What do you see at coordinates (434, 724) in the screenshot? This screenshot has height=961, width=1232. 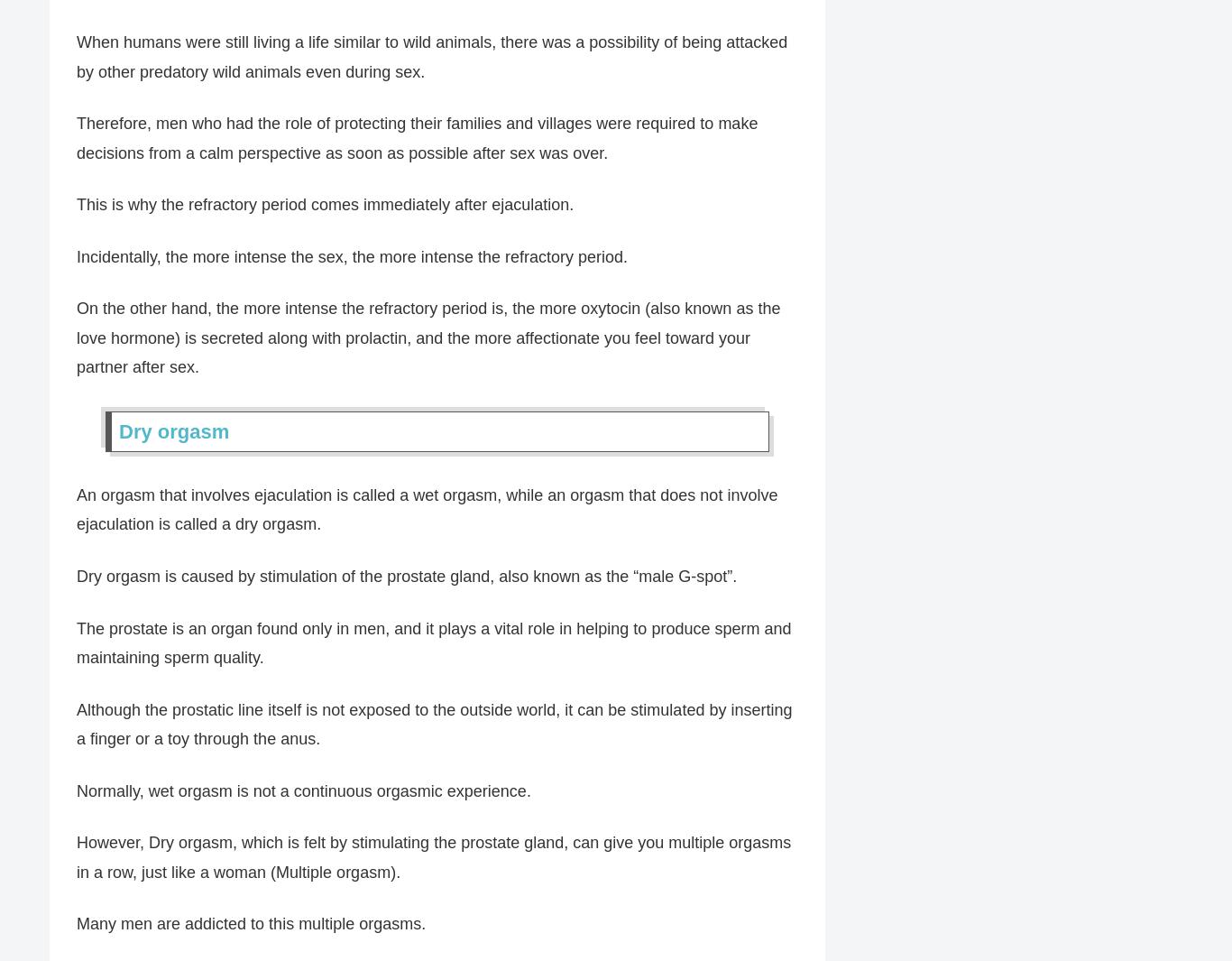 I see `'Although the prostatic line itself is not exposed to the outside world, it can be stimulated by inserting a finger or a toy through the anus.'` at bounding box center [434, 724].